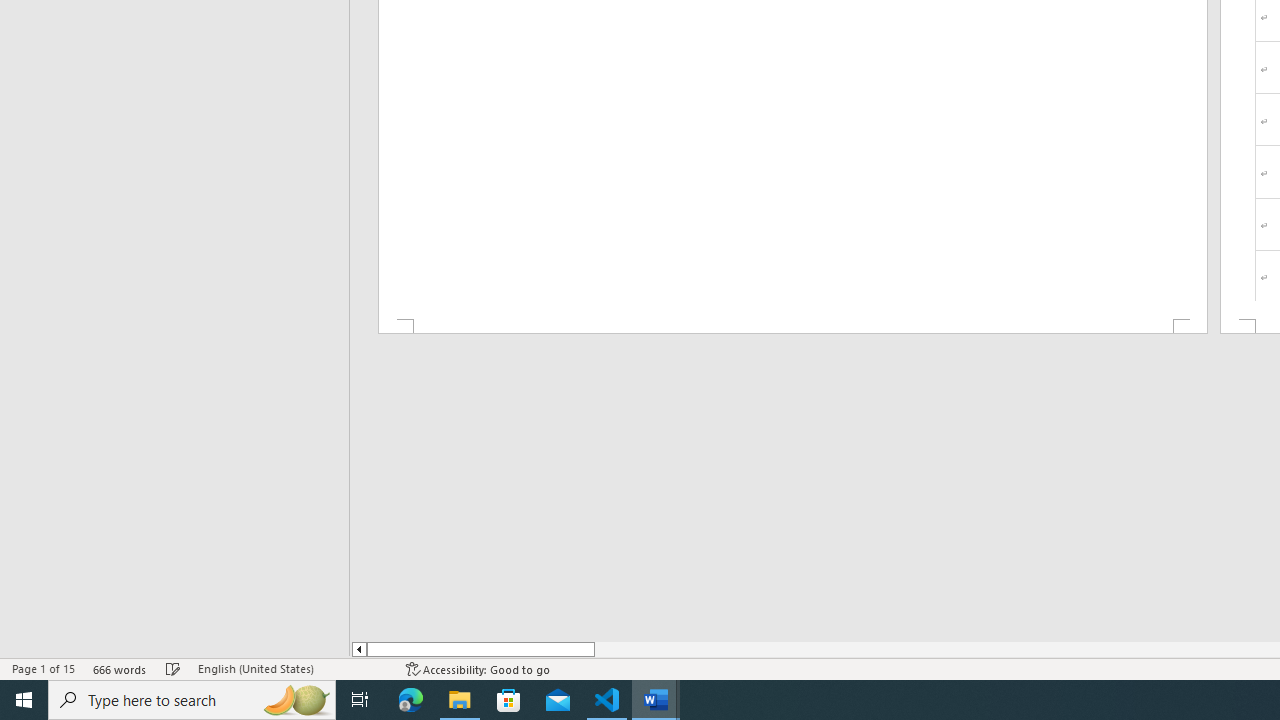  I want to click on 'Accessibility Checker Accessibility: Good to go', so click(477, 669).